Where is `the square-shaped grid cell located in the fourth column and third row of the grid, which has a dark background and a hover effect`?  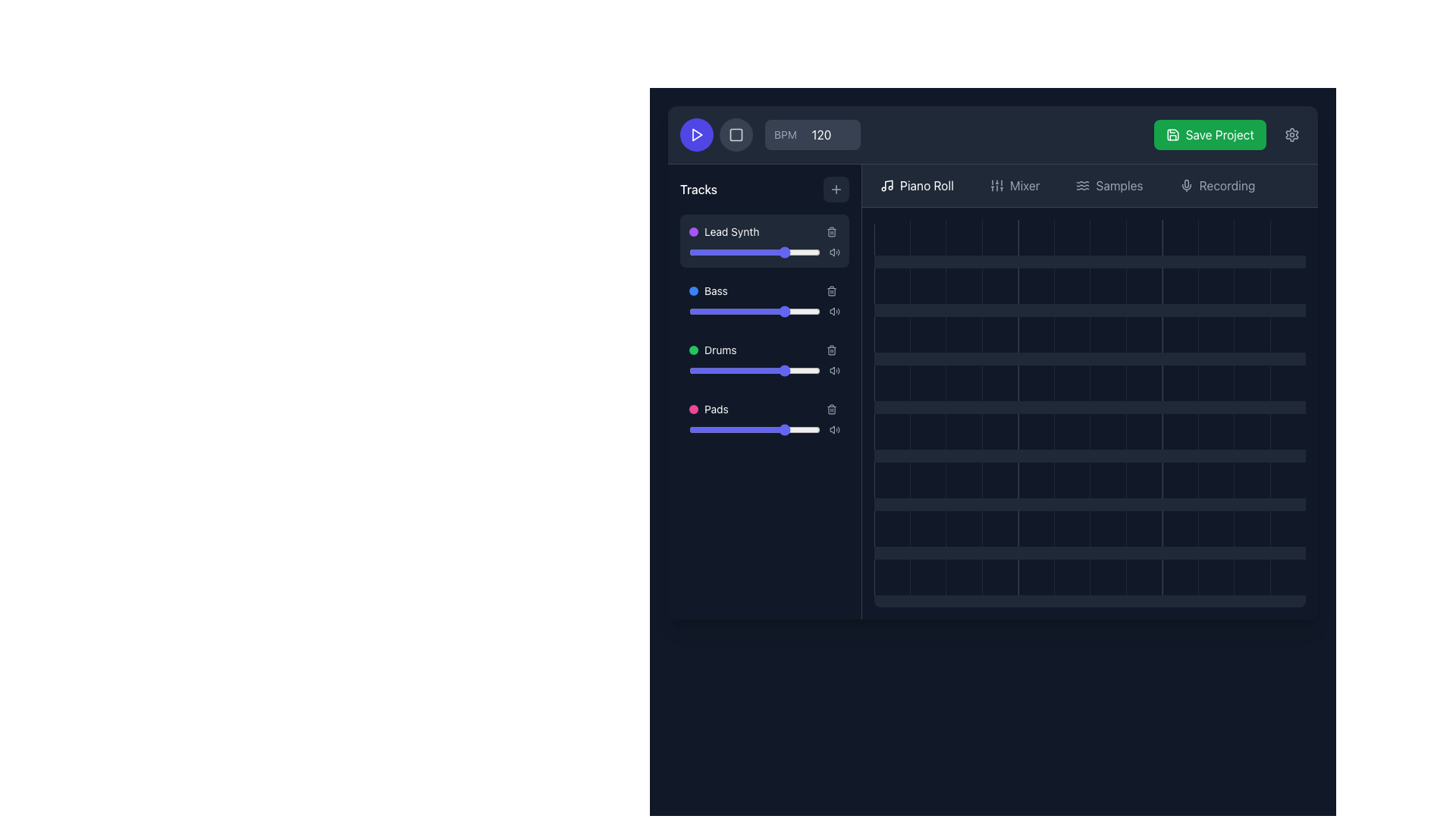 the square-shaped grid cell located in the fourth column and third row of the grid, which has a dark background and a hover effect is located at coordinates (999, 334).